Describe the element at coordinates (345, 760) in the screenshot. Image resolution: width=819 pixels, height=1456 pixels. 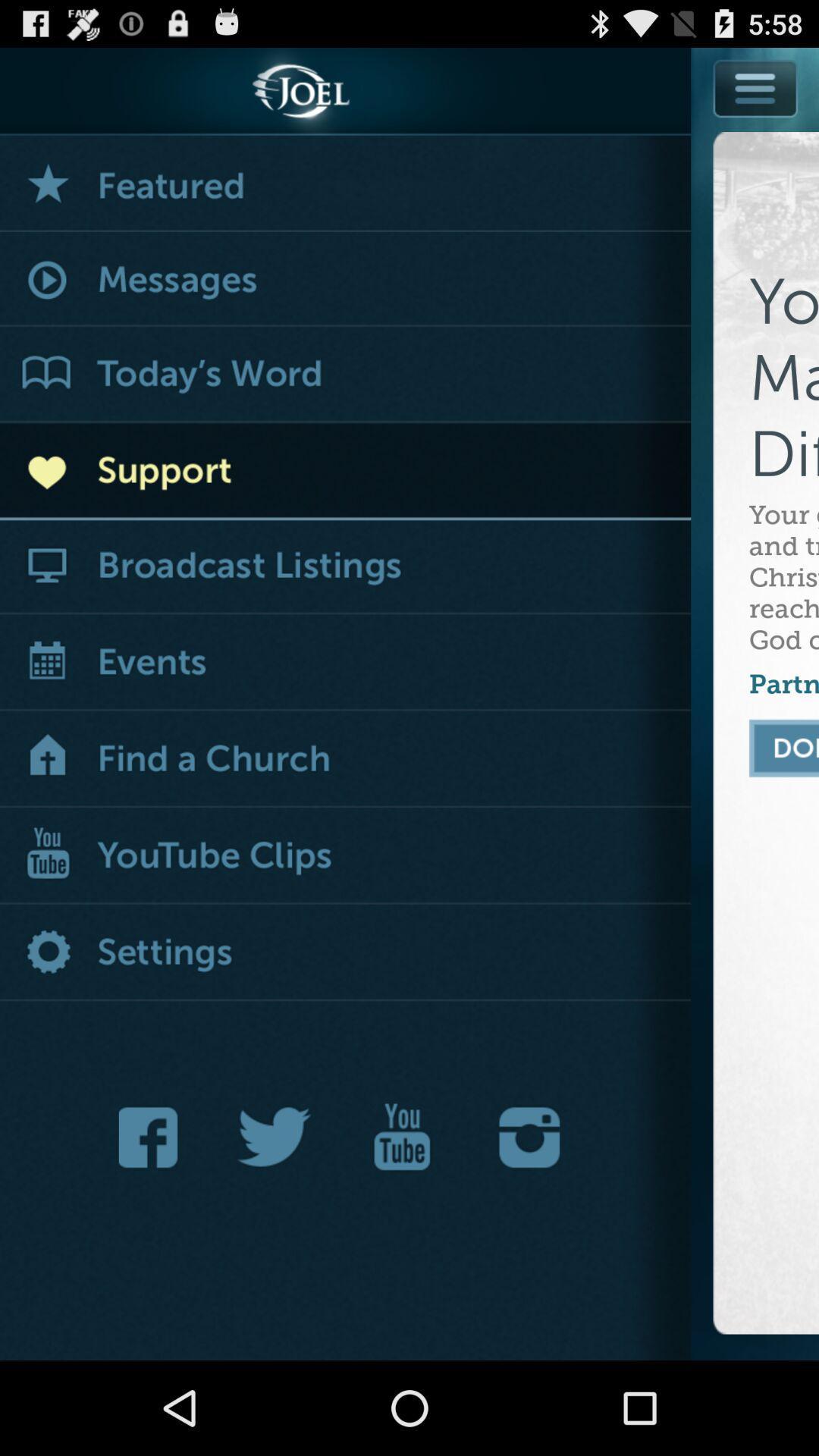
I see `the app to the left of the partner with us icon` at that location.